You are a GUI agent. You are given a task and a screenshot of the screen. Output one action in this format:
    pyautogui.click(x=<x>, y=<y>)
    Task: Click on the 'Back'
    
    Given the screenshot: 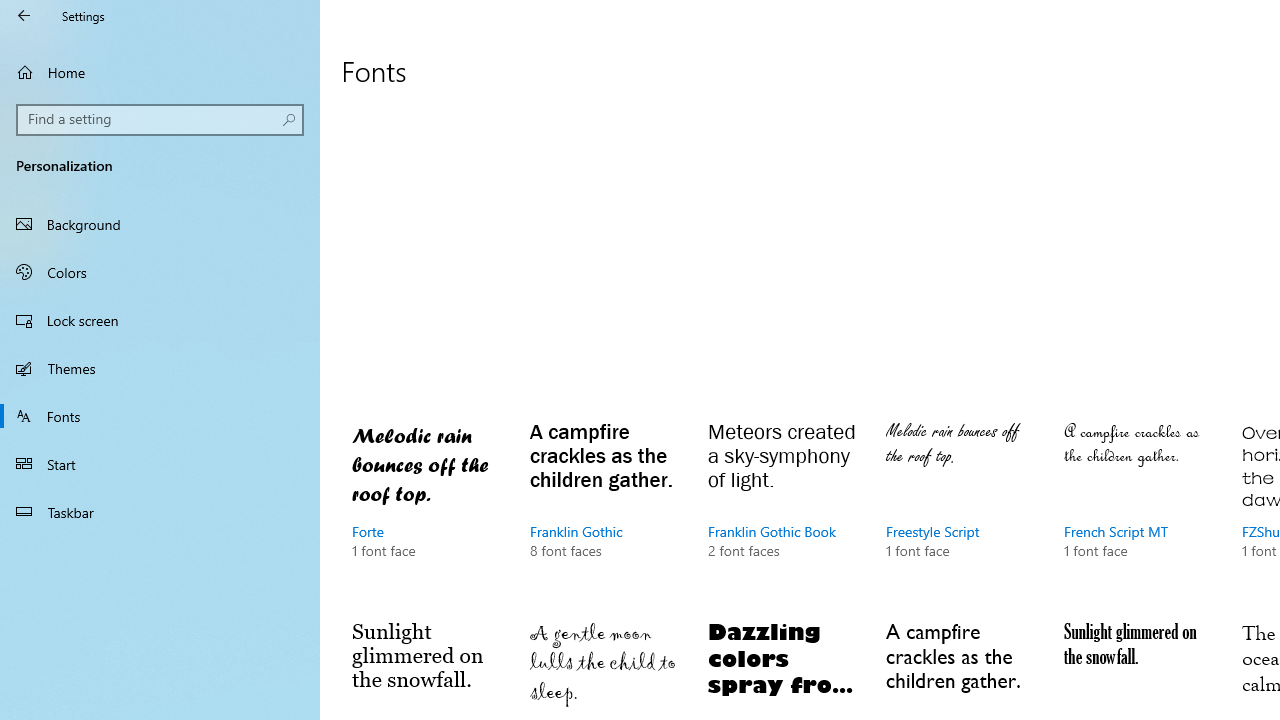 What is the action you would take?
    pyautogui.click(x=24, y=15)
    